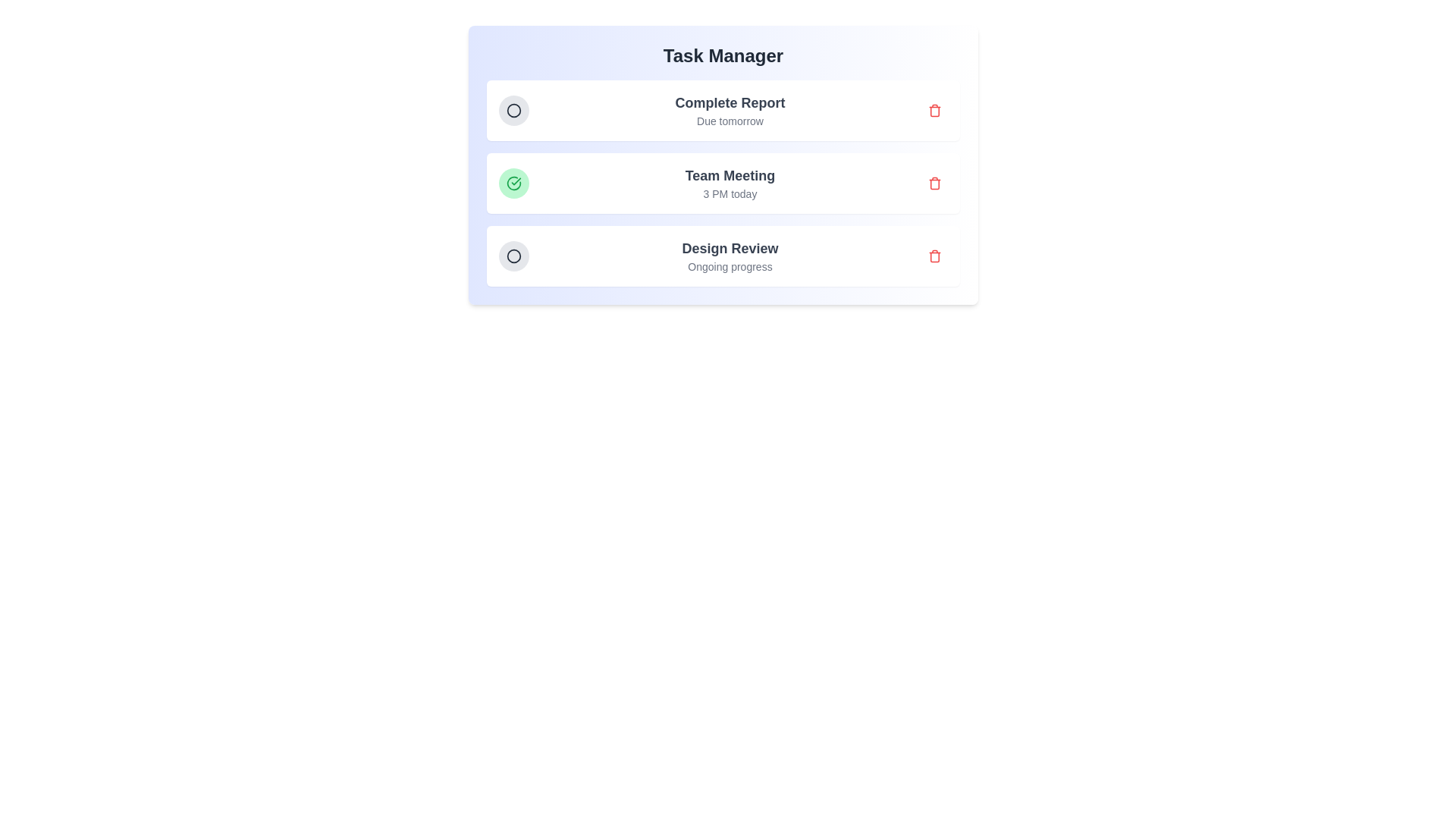  Describe the element at coordinates (513, 110) in the screenshot. I see `the button located at the top-left of the task card for 'Complete Report' to mark the task as active or complete` at that location.